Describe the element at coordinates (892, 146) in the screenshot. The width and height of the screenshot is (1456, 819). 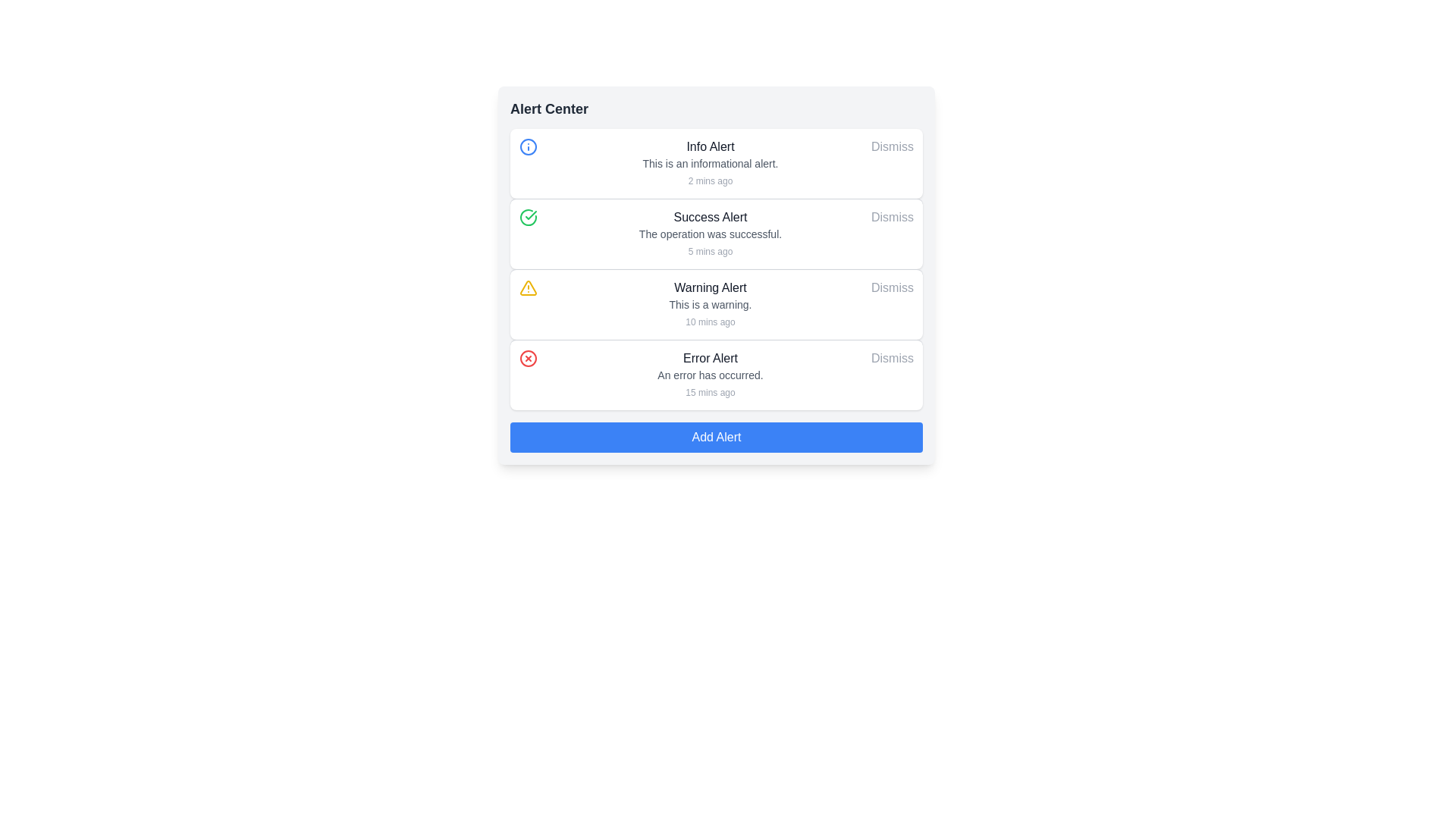
I see `the Button styled as an inline text link located in the top-right corner of the alert card to change its color` at that location.